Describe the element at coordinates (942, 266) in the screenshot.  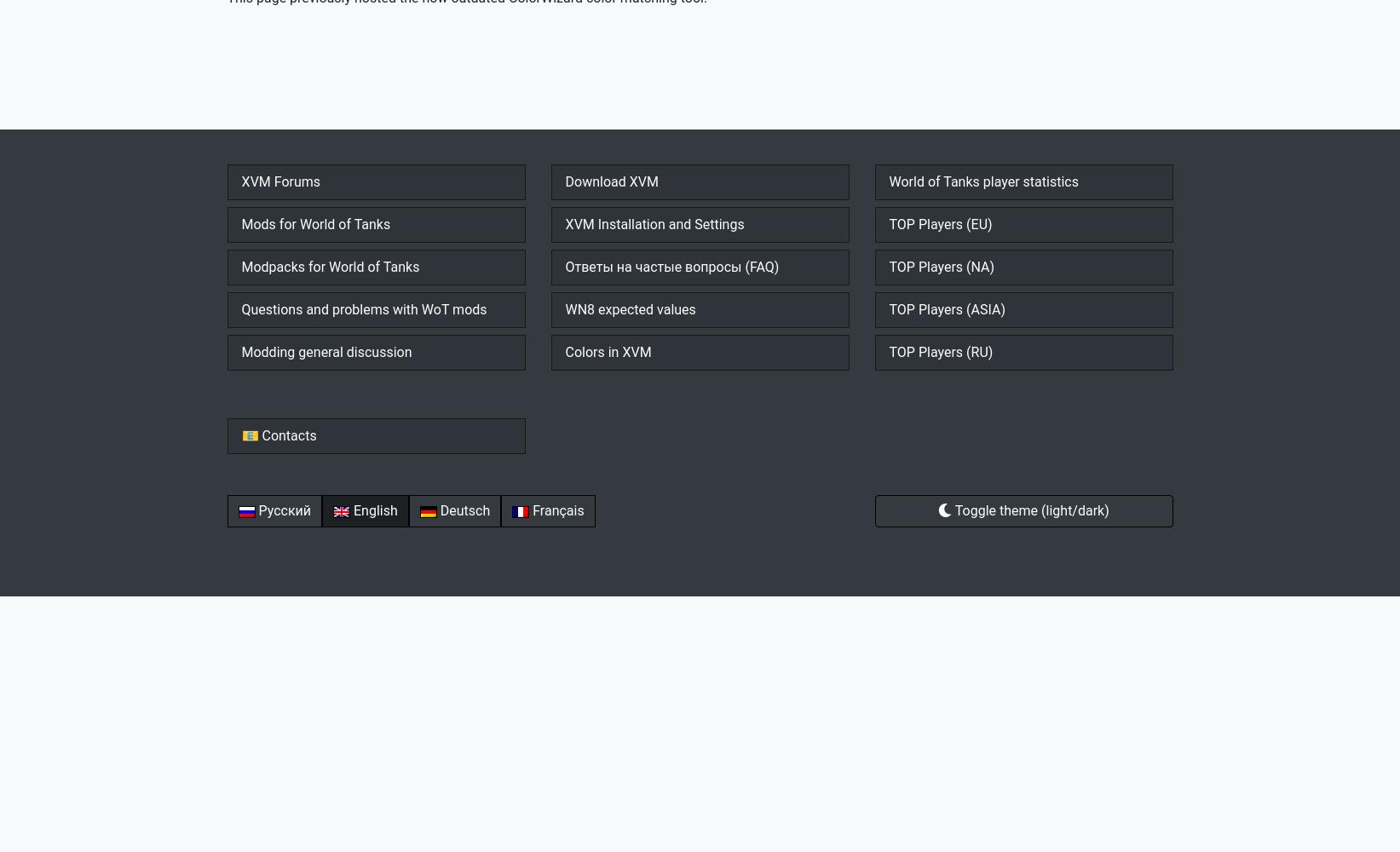
I see `'TOP Players (NA)'` at that location.